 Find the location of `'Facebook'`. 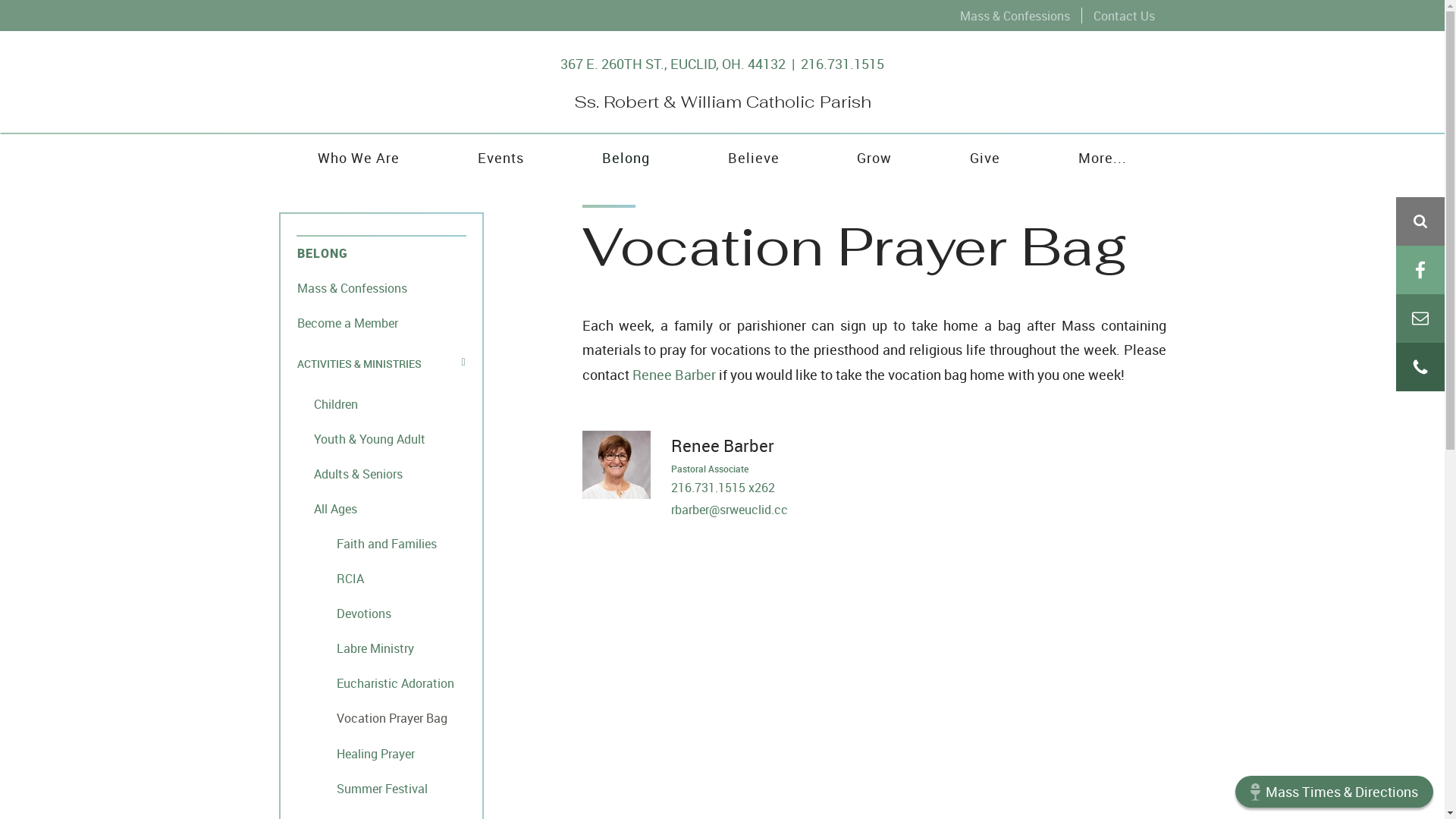

'Facebook' is located at coordinates (1419, 268).